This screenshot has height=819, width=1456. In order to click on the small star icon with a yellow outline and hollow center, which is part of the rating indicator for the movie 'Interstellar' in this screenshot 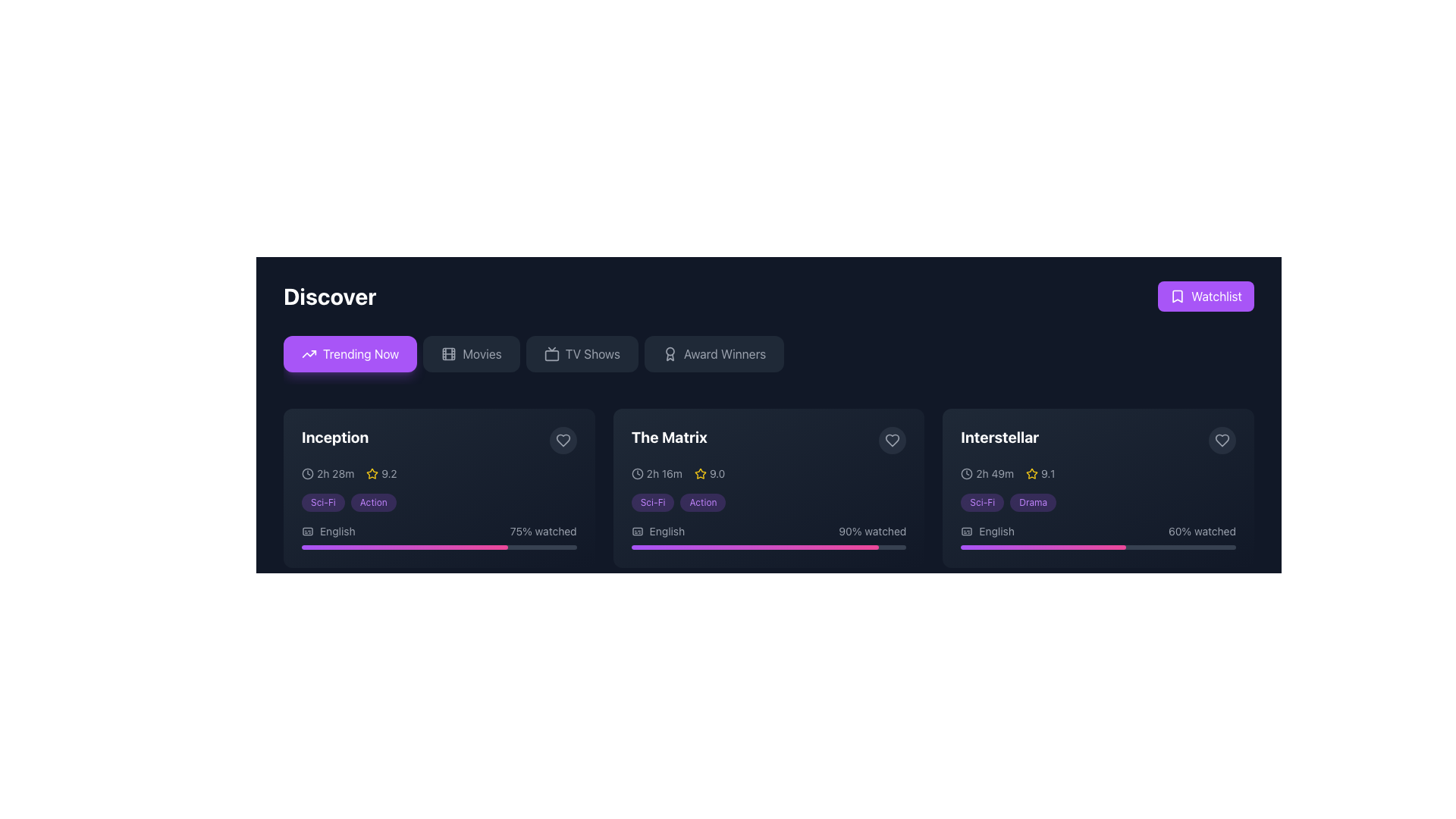, I will do `click(1031, 472)`.